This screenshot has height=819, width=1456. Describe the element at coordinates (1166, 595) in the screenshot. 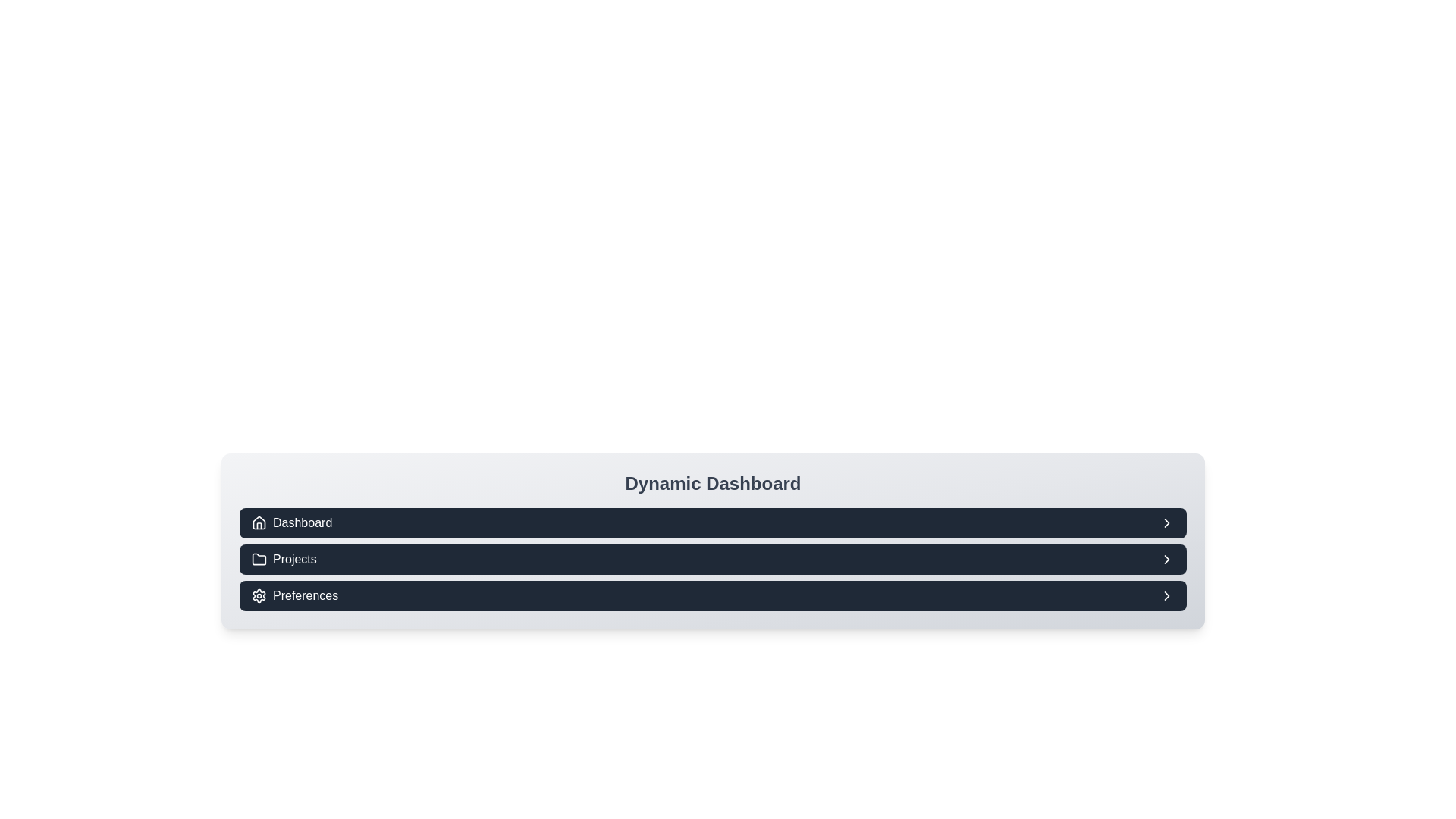

I see `the chevron icon button located at the far-right edge of the 'Preferences' section` at that location.